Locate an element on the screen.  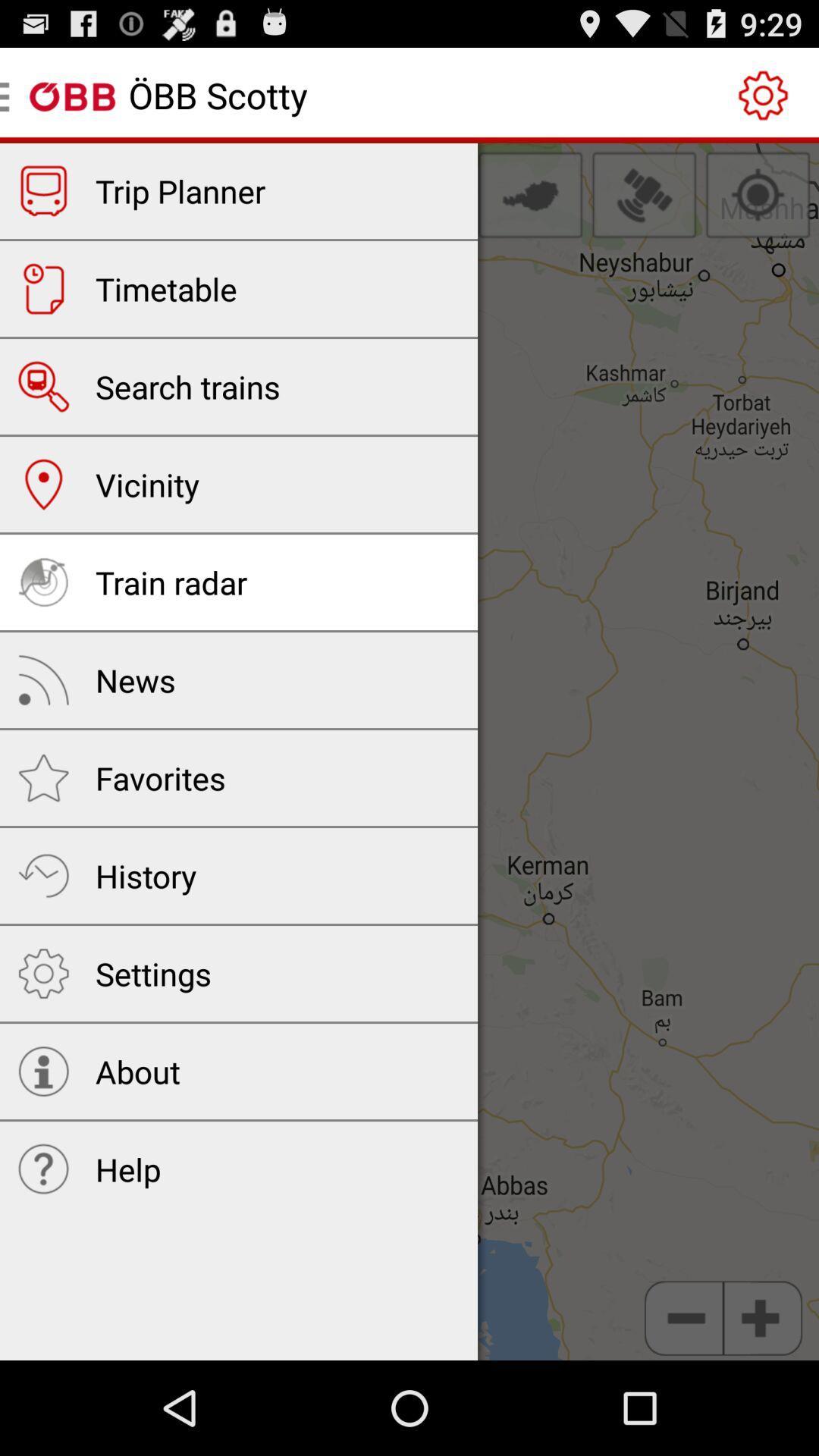
vicinity item is located at coordinates (147, 483).